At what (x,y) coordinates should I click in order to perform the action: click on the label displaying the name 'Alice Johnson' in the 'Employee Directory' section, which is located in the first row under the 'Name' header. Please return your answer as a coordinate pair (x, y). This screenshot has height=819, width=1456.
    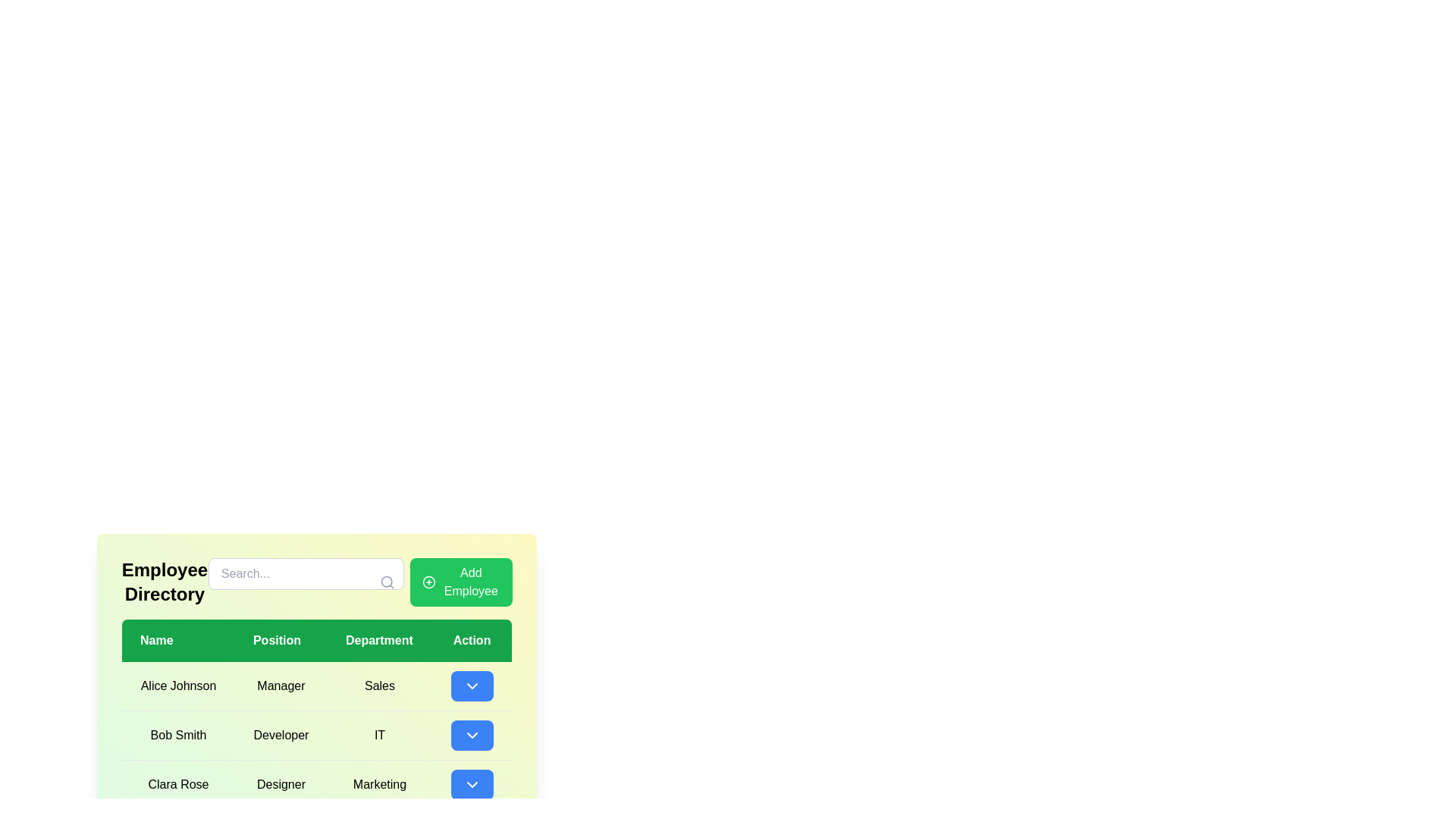
    Looking at the image, I should click on (178, 686).